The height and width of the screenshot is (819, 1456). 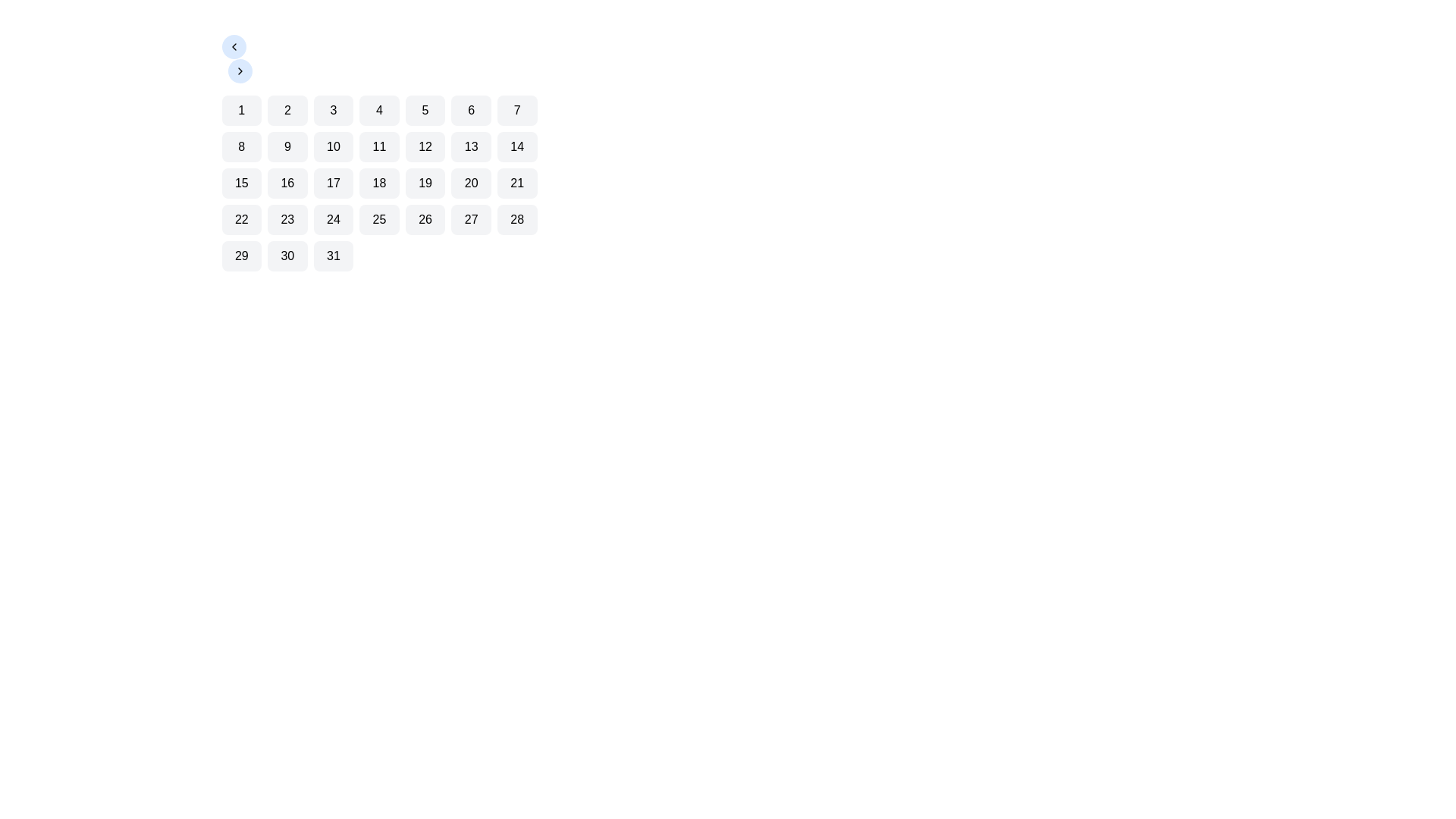 I want to click on the rounded rectangular button labeled '7' with a gray background, so click(x=517, y=110).